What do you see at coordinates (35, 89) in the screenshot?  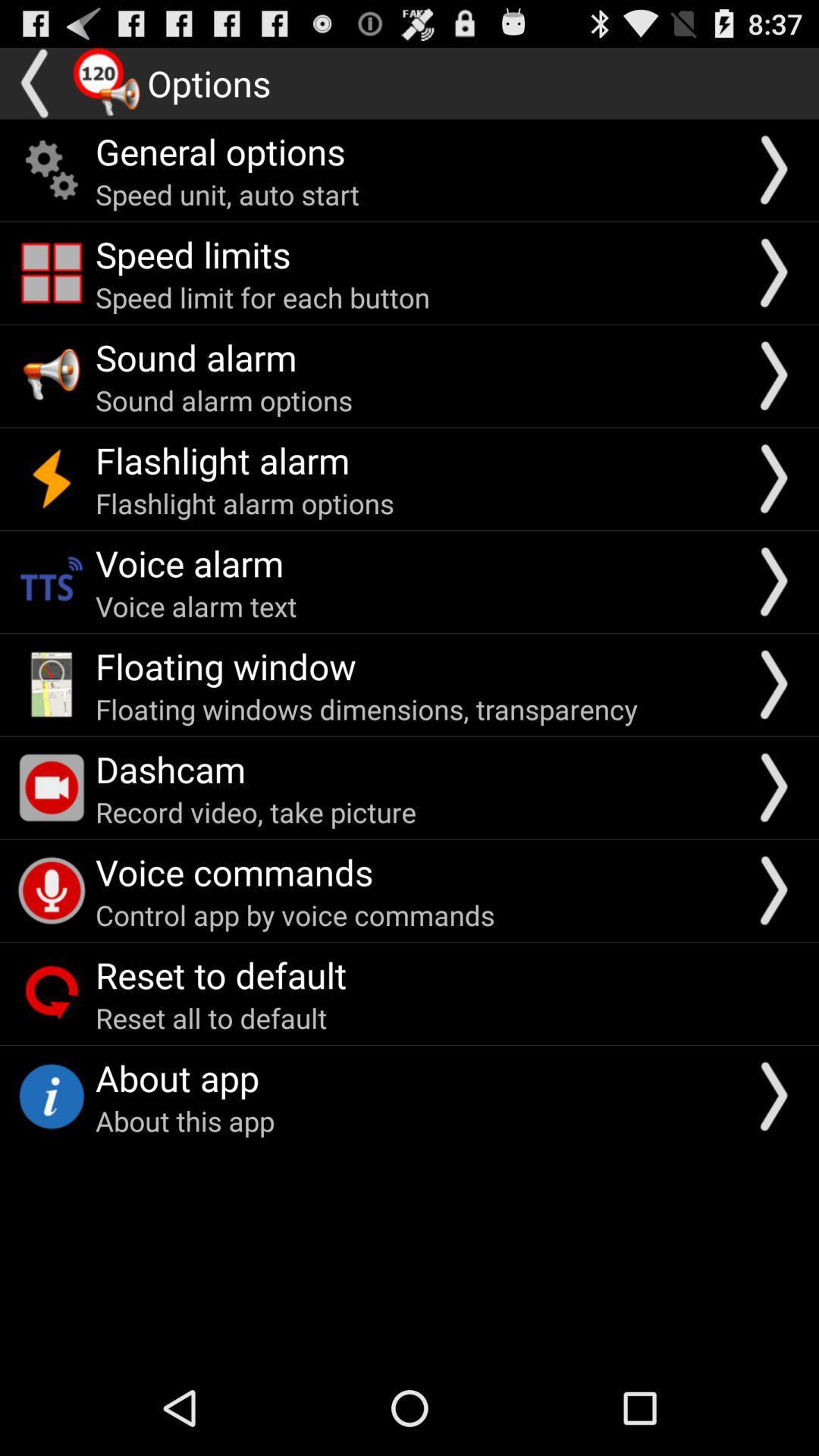 I see `the arrow_backward icon` at bounding box center [35, 89].